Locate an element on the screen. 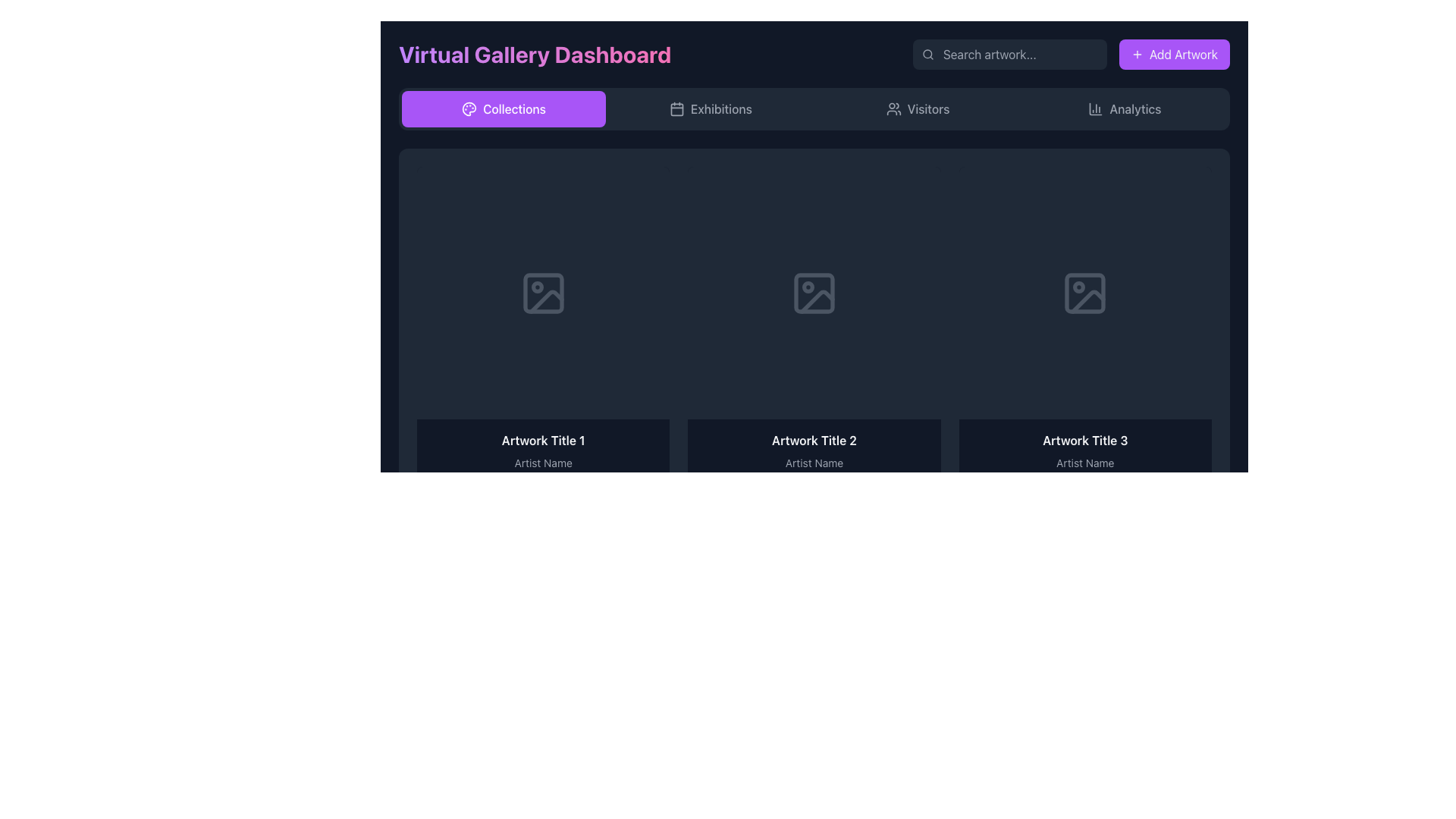 The image size is (1456, 819). the button used to add new artwork entries to the gallery, located at the top-right corner of the interface is located at coordinates (1173, 54).